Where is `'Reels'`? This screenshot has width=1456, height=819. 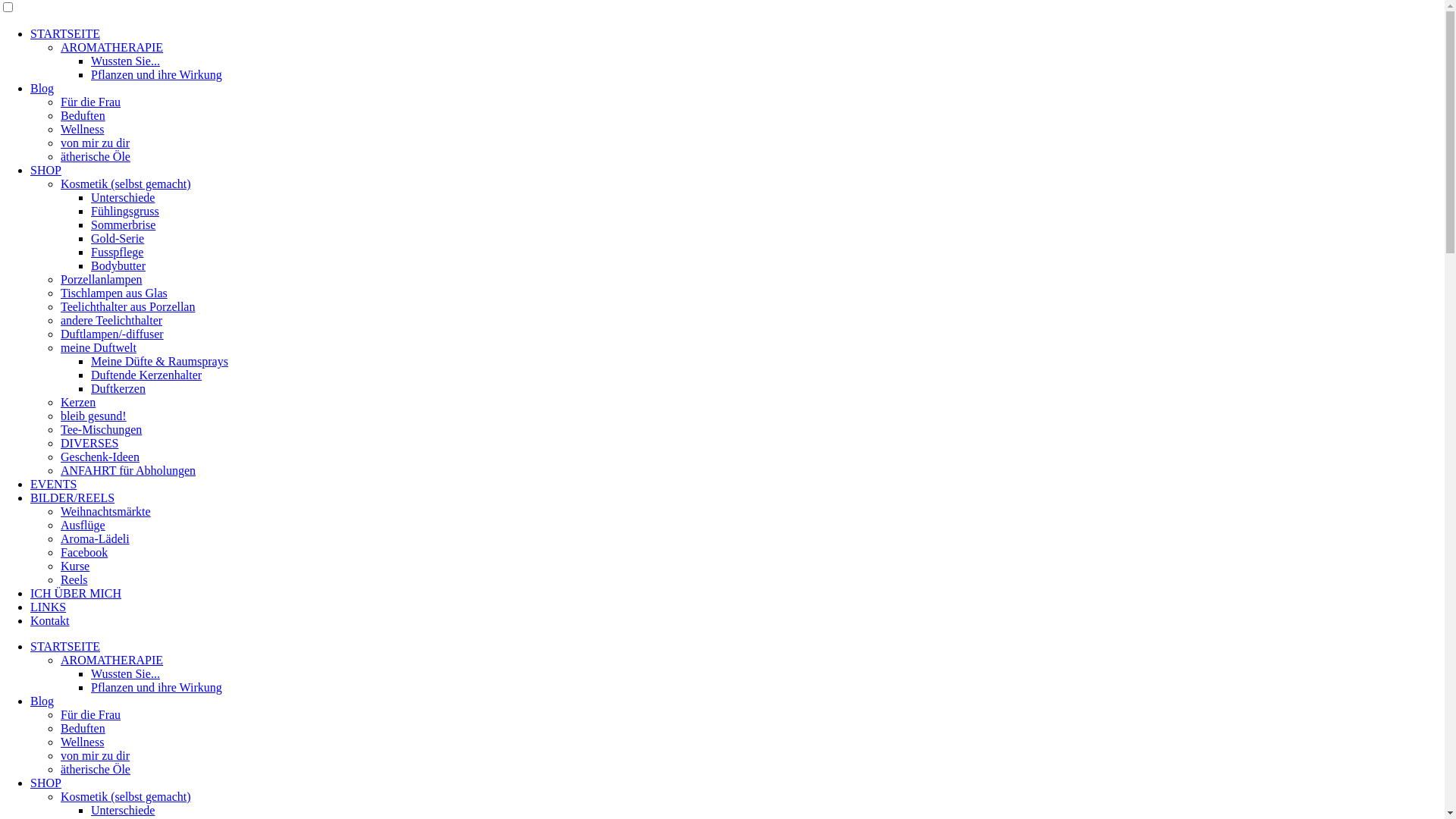
'Reels' is located at coordinates (73, 579).